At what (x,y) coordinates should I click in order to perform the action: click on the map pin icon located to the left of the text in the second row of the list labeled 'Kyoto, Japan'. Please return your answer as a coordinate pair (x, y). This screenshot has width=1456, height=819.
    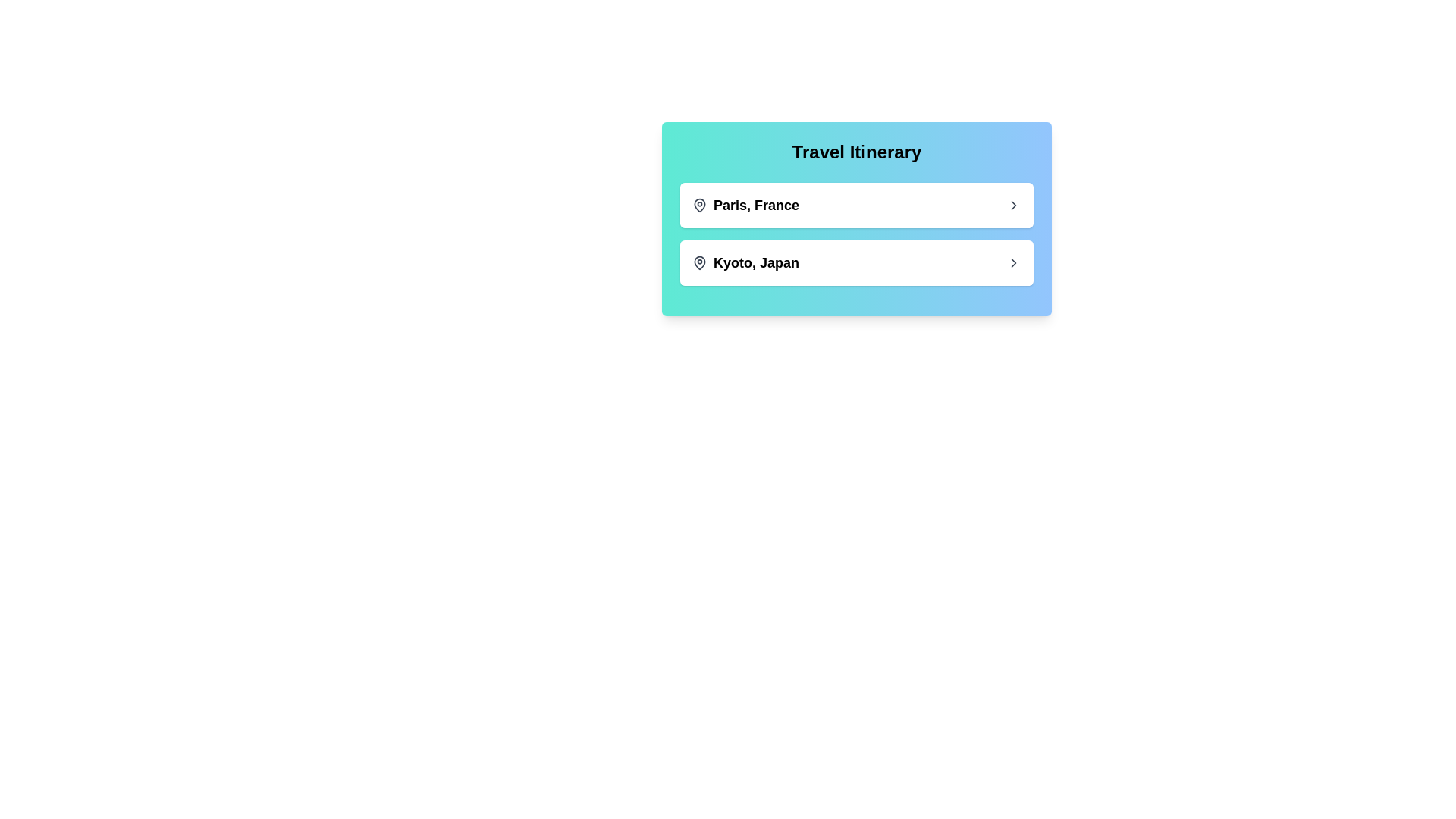
    Looking at the image, I should click on (698, 262).